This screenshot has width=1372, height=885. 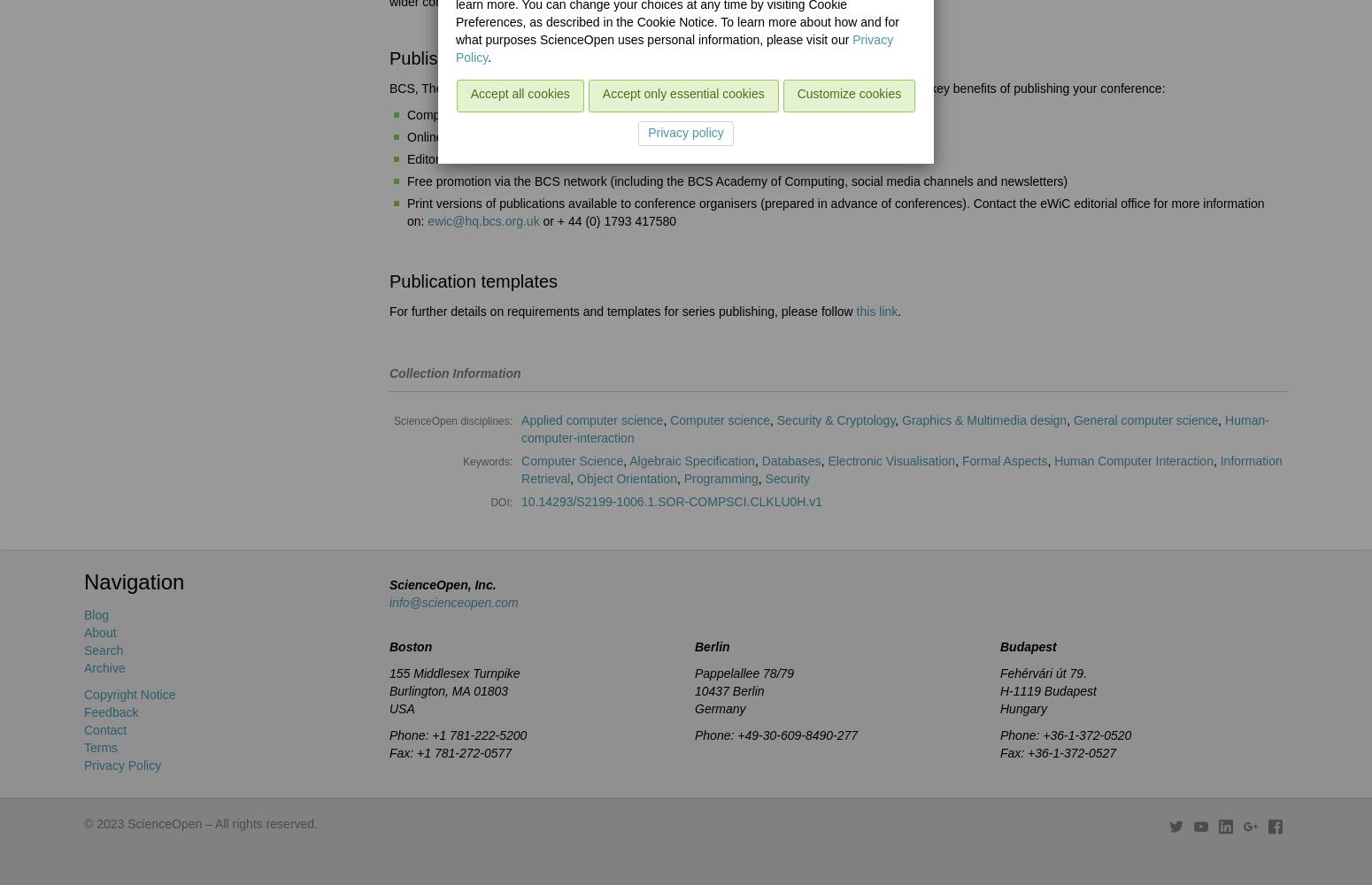 What do you see at coordinates (719, 419) in the screenshot?
I see `'Computer science'` at bounding box center [719, 419].